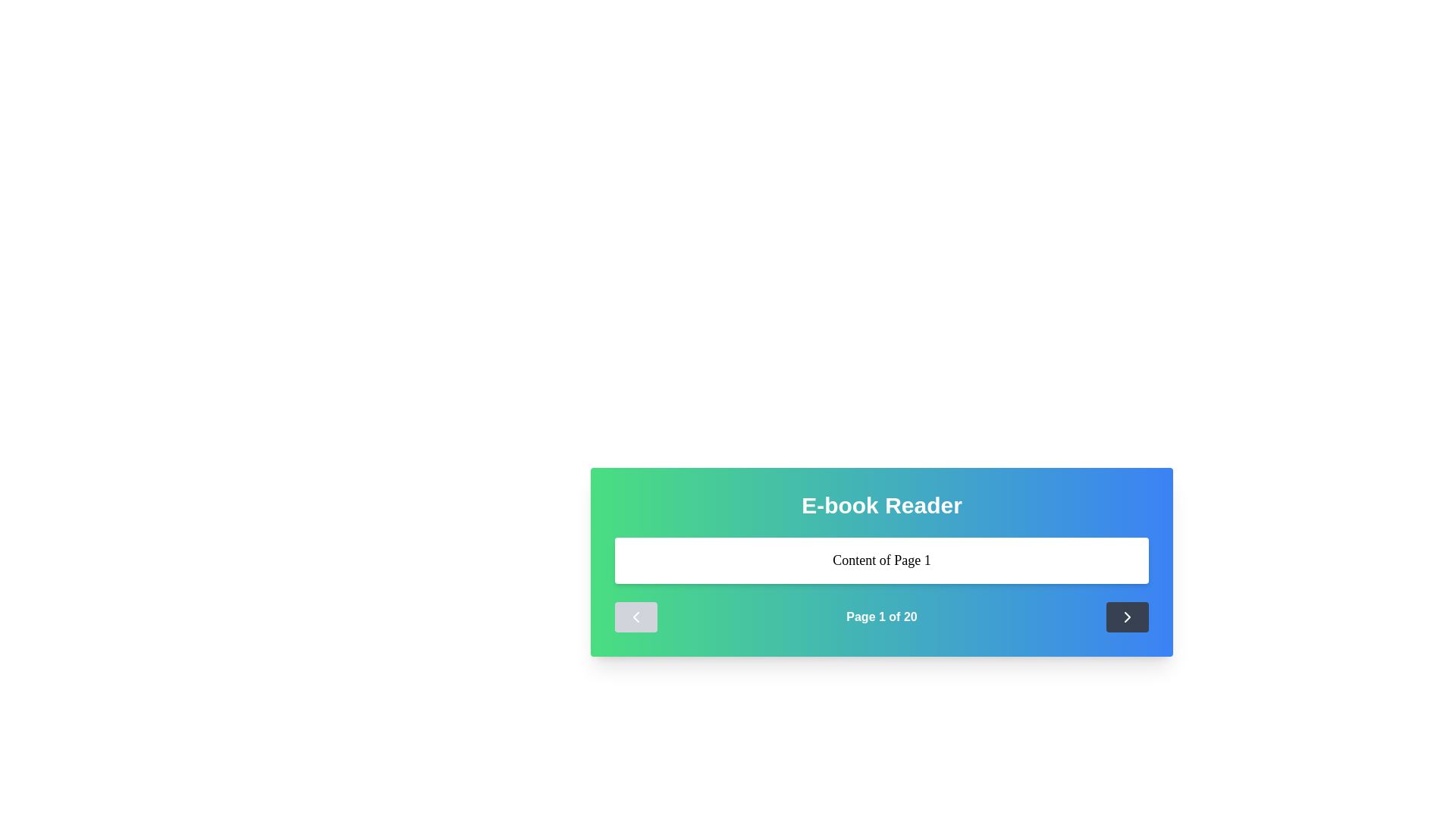 Image resolution: width=1456 pixels, height=819 pixels. Describe the element at coordinates (1128, 617) in the screenshot. I see `the rectangular button with a dark-gray background and a white right-pointing chevron icon` at that location.